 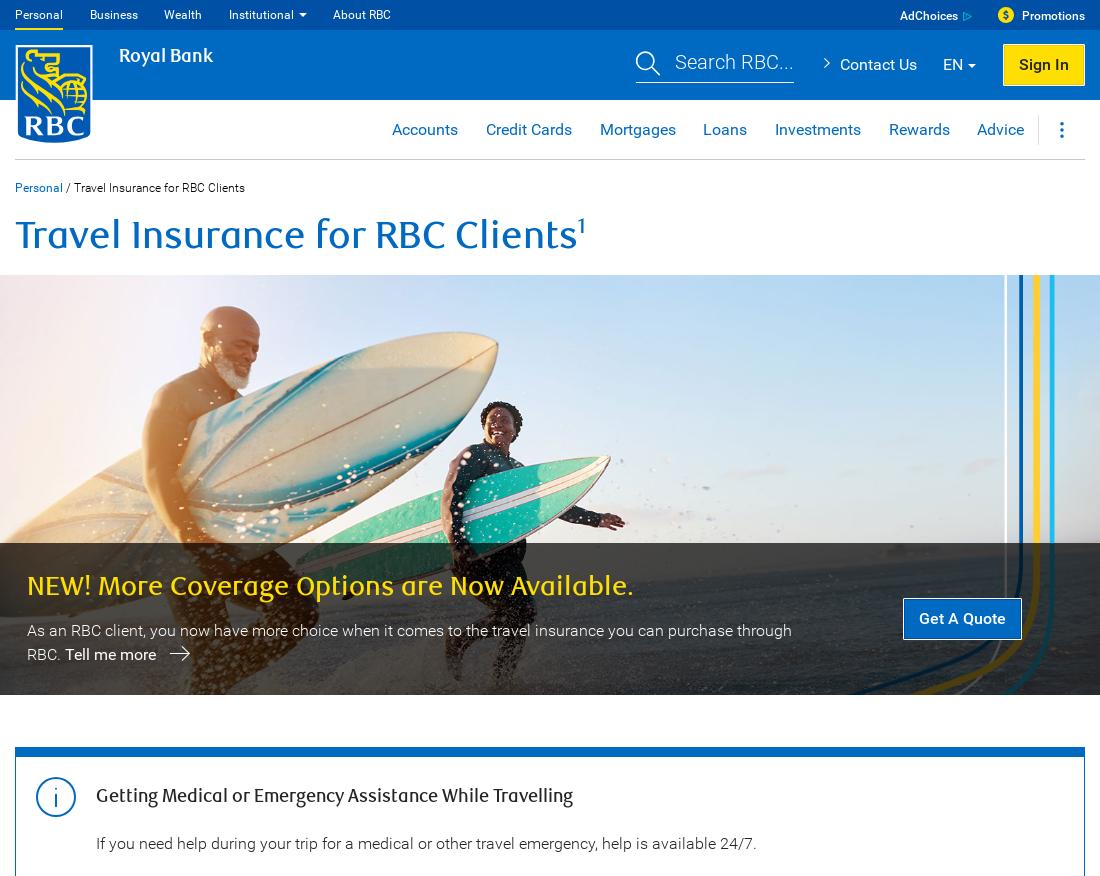 I want to click on '/', so click(x=62, y=187).